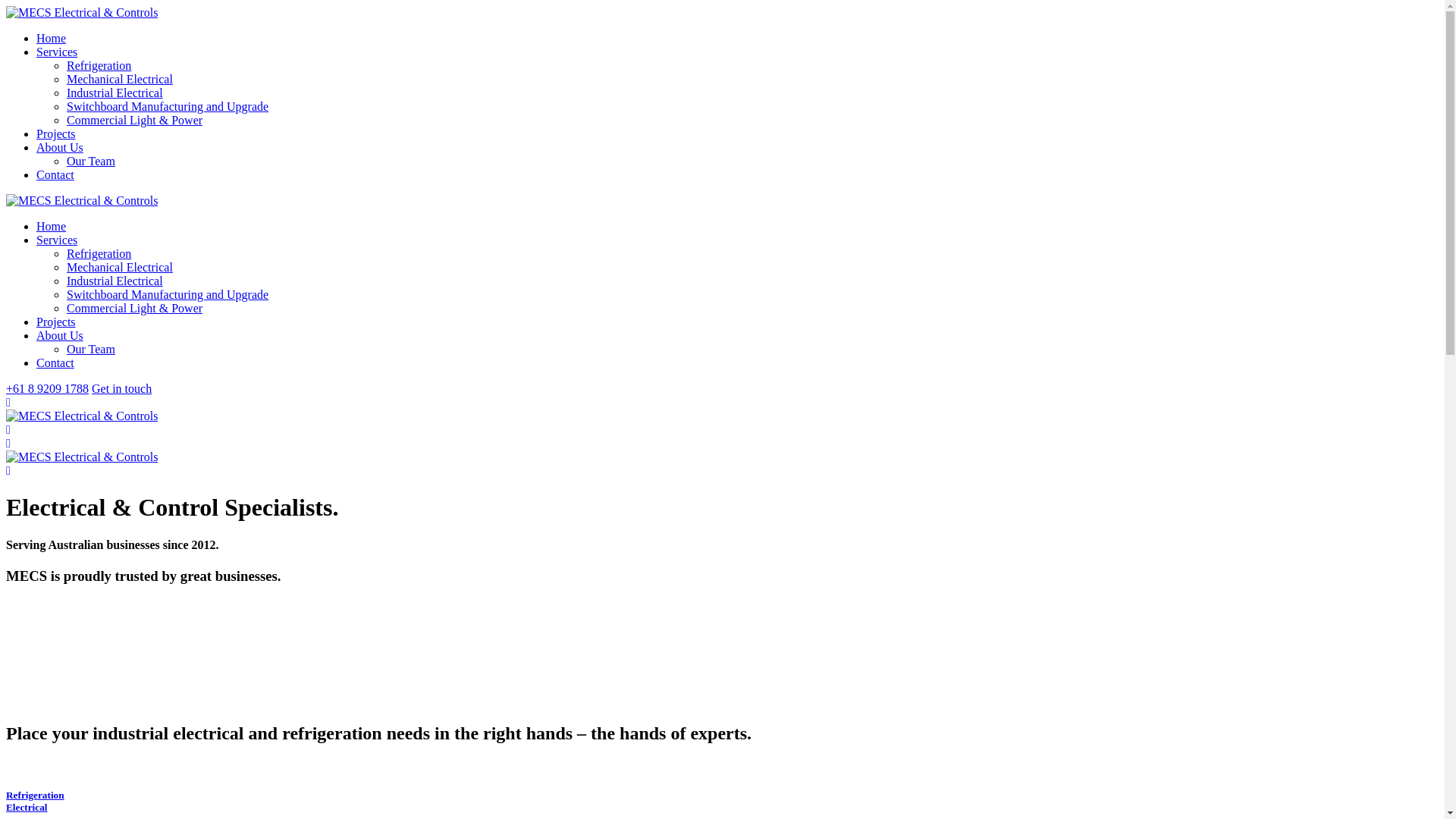 This screenshot has height=819, width=1456. Describe the element at coordinates (98, 253) in the screenshot. I see `'Refrigeration'` at that location.